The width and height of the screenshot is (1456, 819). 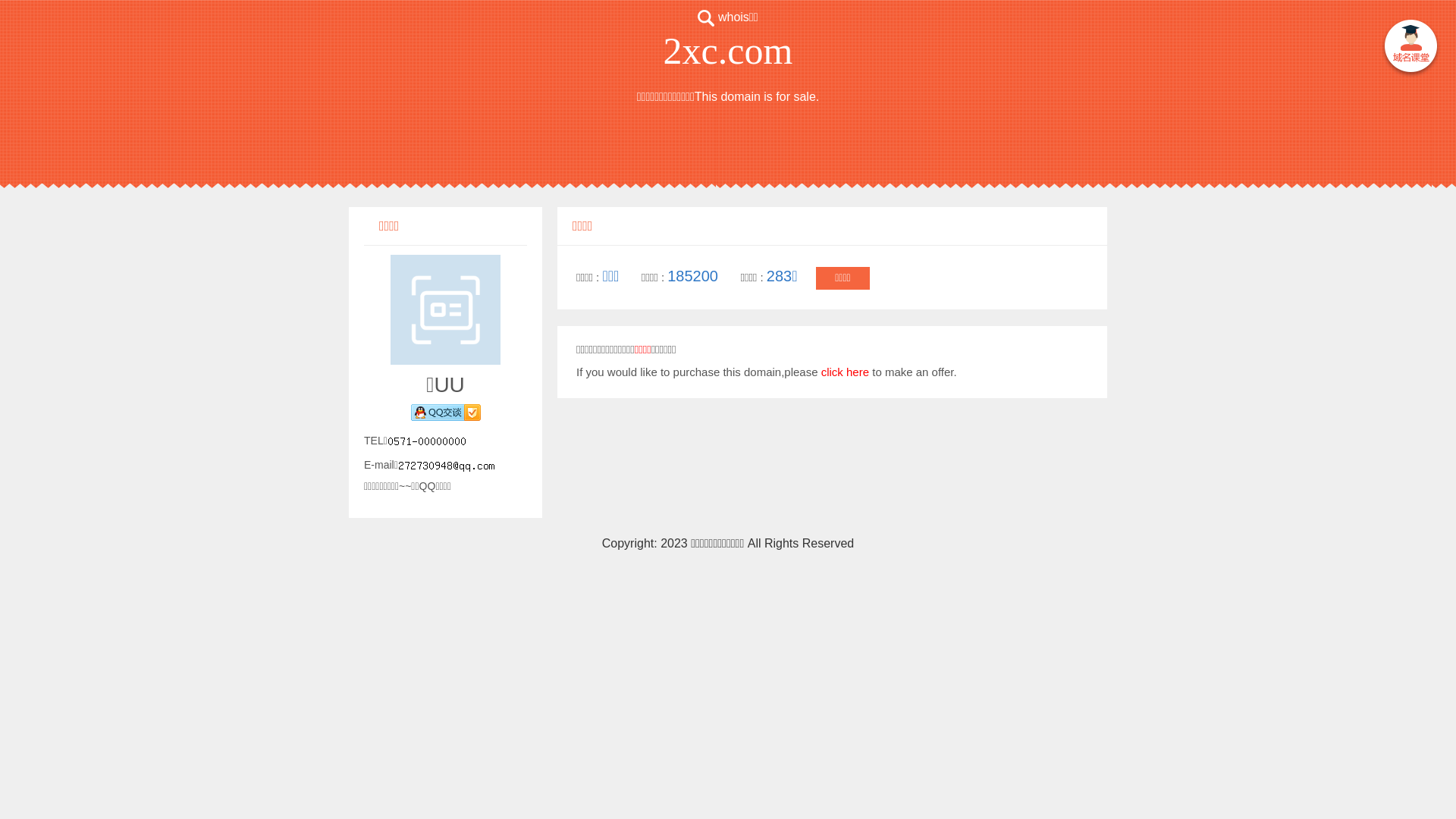 What do you see at coordinates (1410, 47) in the screenshot?
I see `' '` at bounding box center [1410, 47].